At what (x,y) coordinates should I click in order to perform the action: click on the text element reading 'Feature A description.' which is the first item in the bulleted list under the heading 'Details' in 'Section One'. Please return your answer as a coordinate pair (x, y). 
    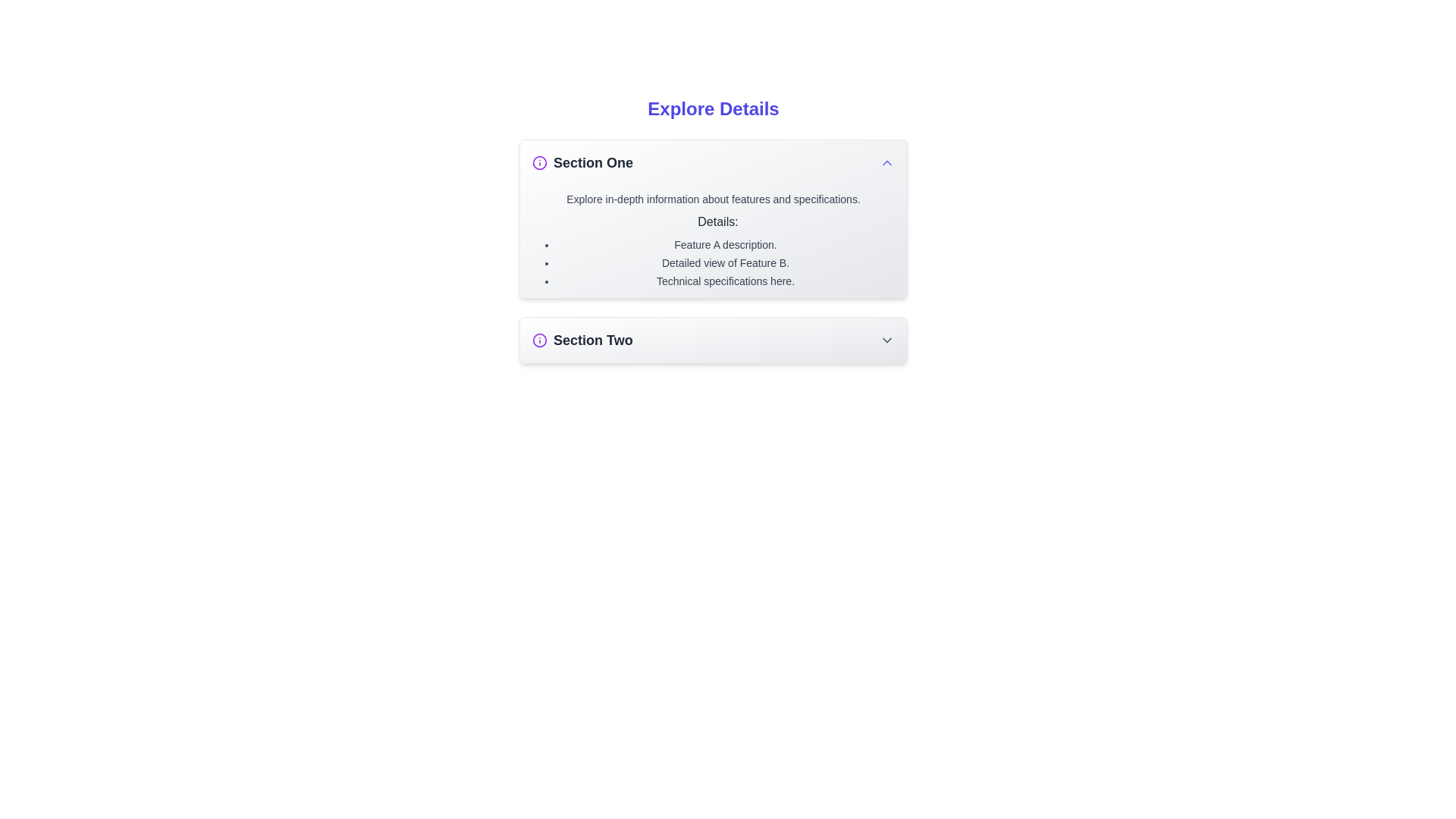
    Looking at the image, I should click on (724, 245).